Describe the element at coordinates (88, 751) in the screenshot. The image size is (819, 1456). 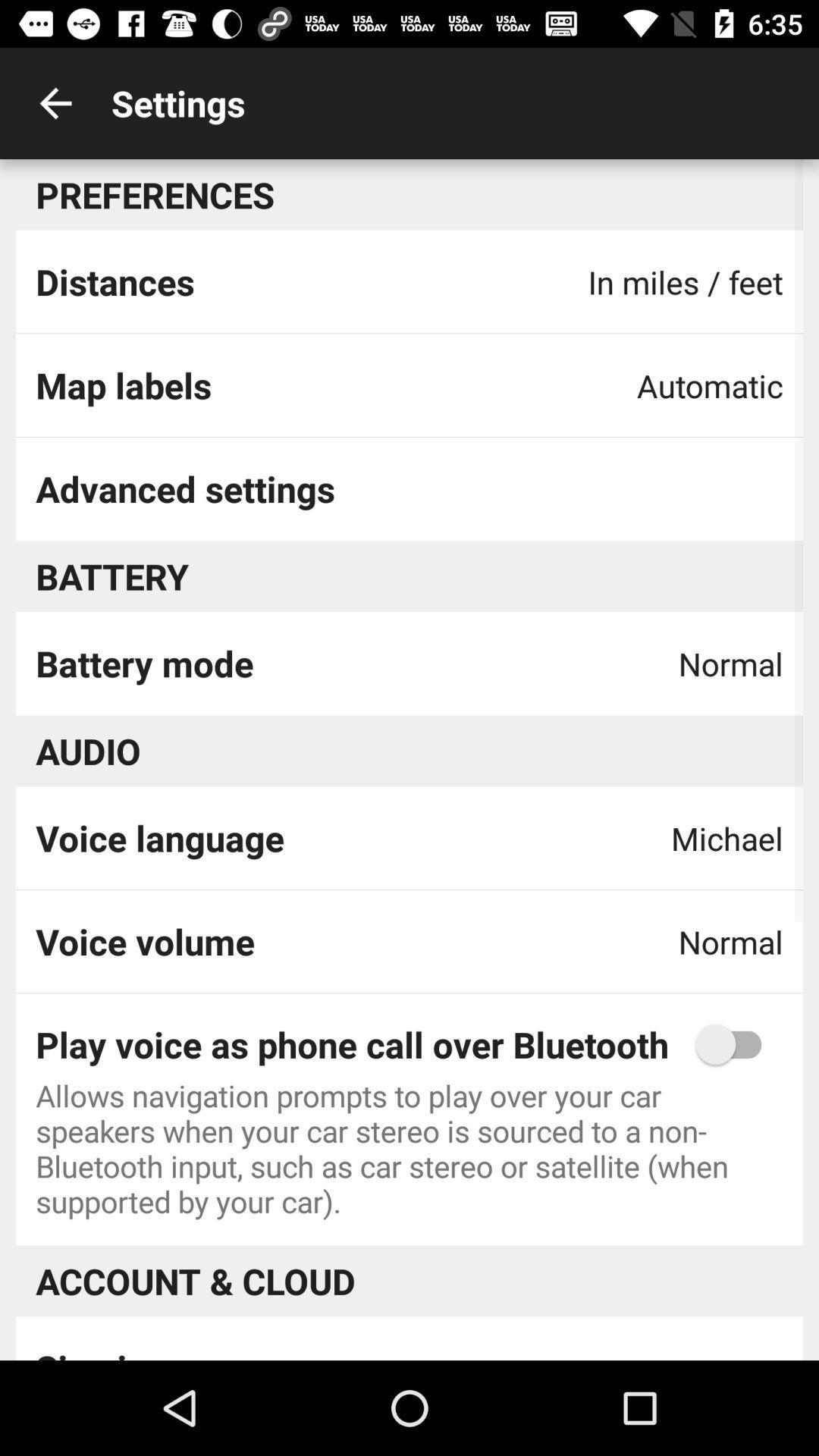
I see `the audio` at that location.